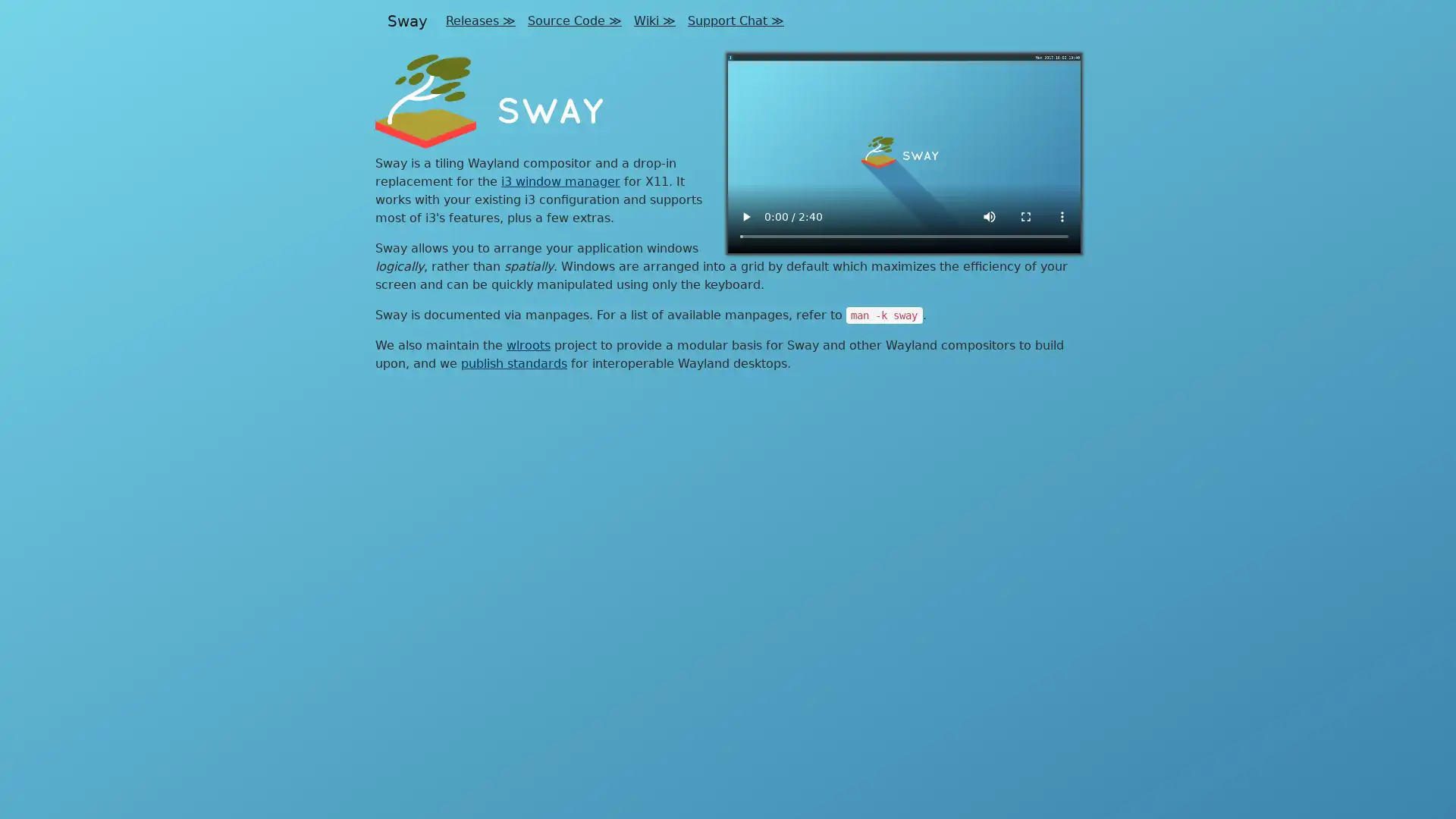  I want to click on play, so click(745, 216).